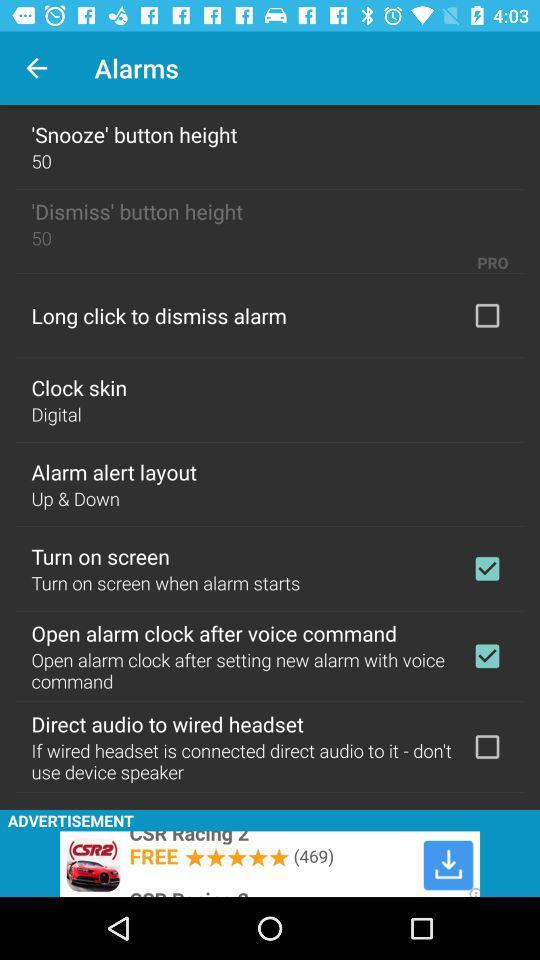  What do you see at coordinates (486, 568) in the screenshot?
I see `tick` at bounding box center [486, 568].